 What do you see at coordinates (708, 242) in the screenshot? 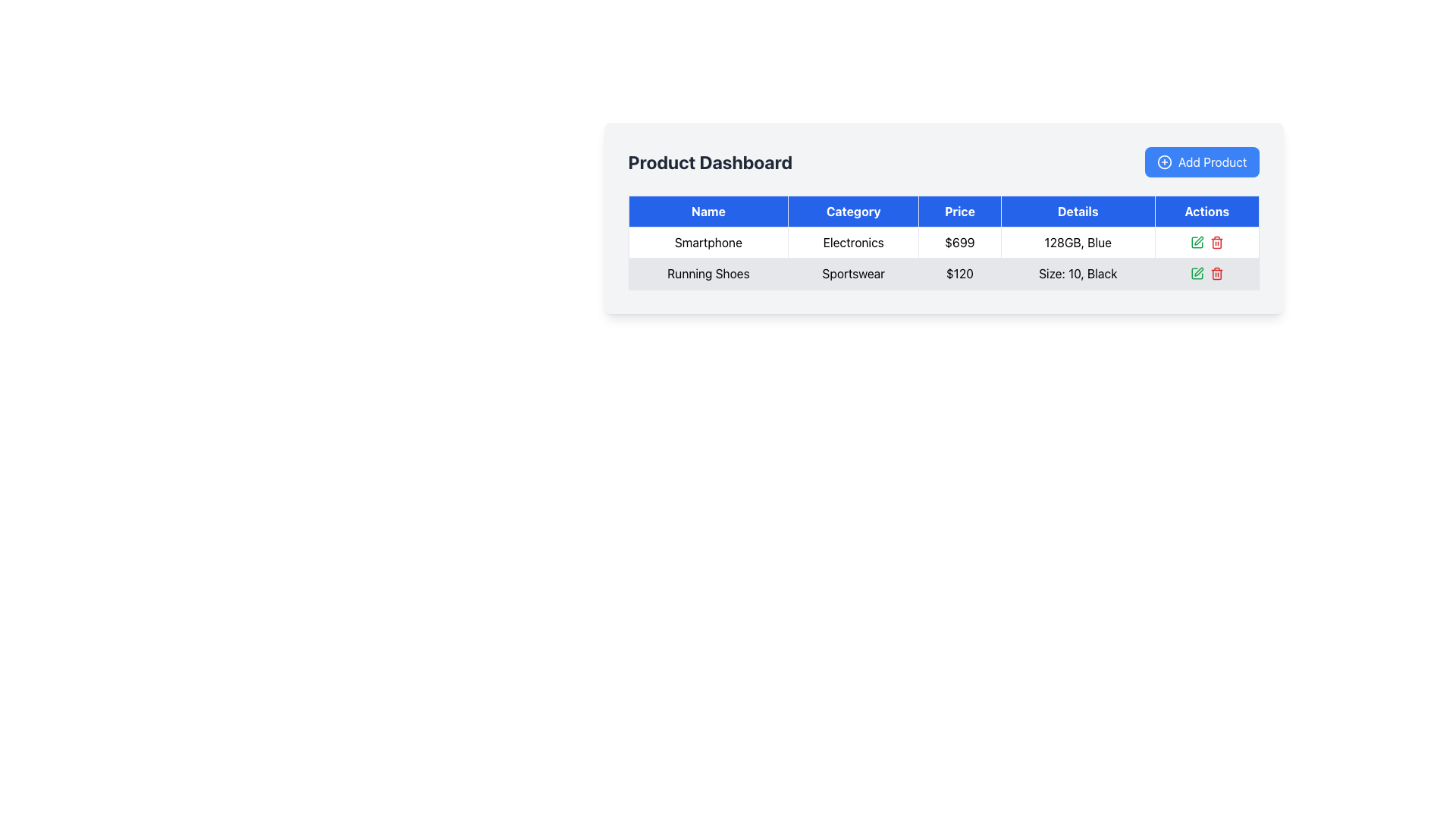
I see `information from the text label that identifies the name of a product in the product listing table located in the 'Product Dashboard' section` at bounding box center [708, 242].